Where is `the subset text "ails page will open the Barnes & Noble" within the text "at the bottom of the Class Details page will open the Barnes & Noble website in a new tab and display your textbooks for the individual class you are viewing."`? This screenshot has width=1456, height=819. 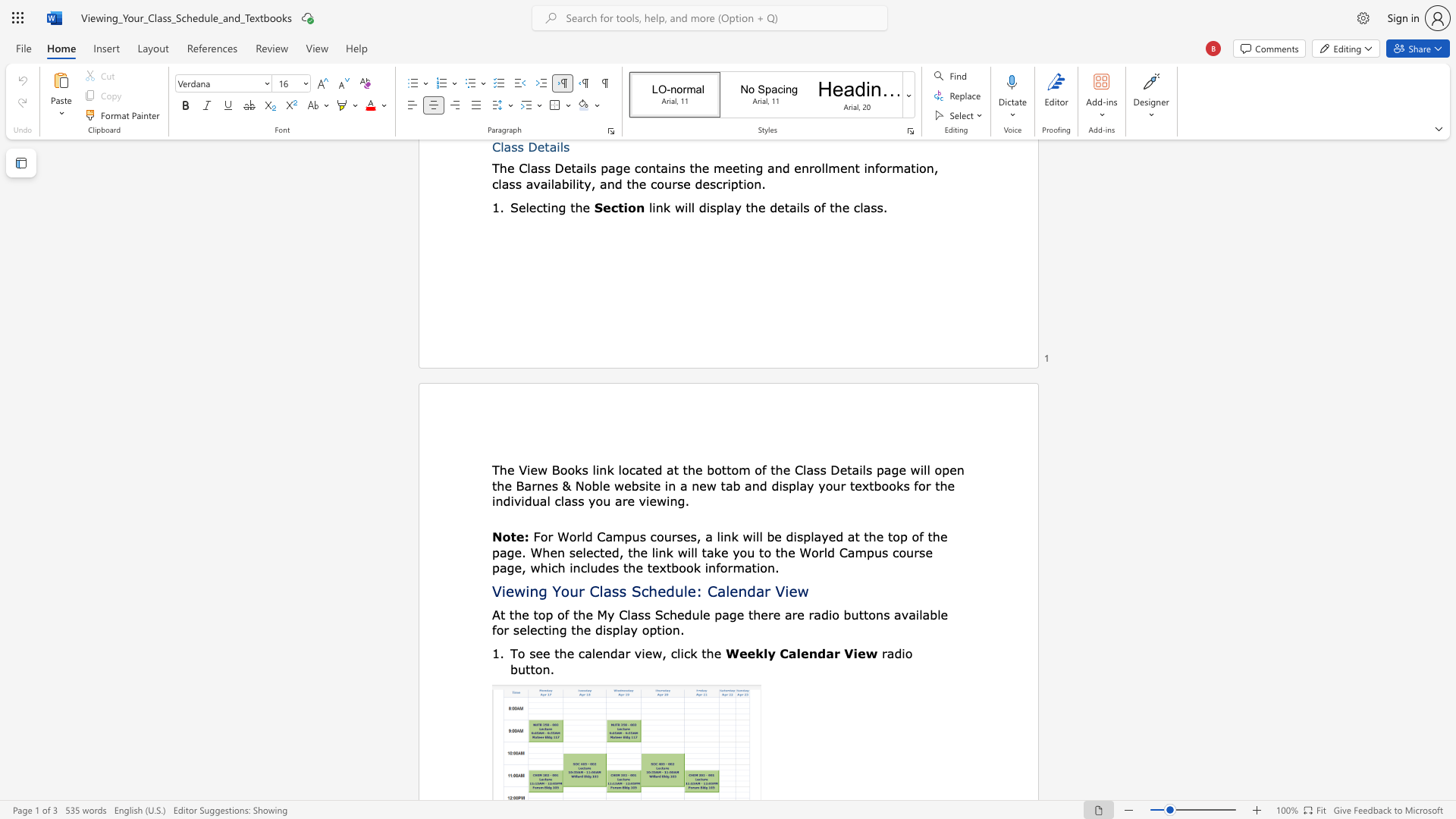 the subset text "ails page will open the Barnes & Noble" within the text "at the bottom of the Class Details page will open the Barnes & Noble website in a new tab and display your textbooks for the individual class you are viewing." is located at coordinates (852, 469).